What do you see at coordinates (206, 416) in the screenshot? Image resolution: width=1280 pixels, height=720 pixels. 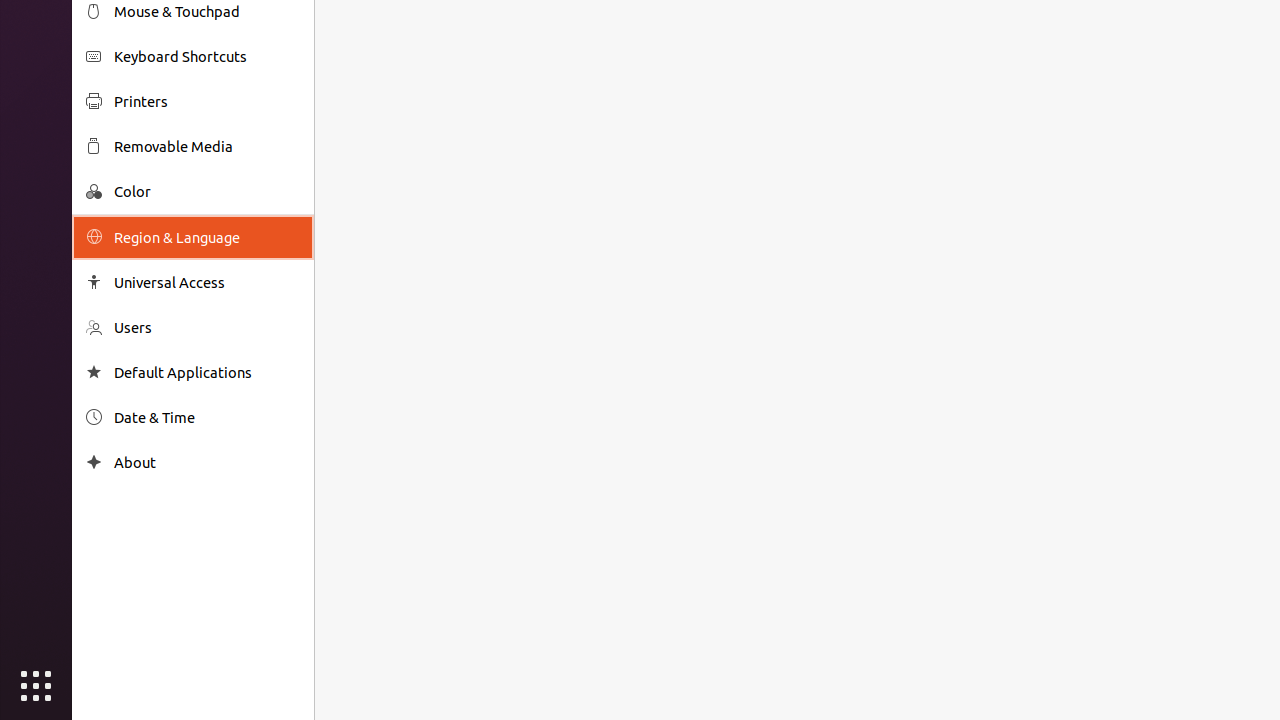 I see `'Date & Time'` at bounding box center [206, 416].